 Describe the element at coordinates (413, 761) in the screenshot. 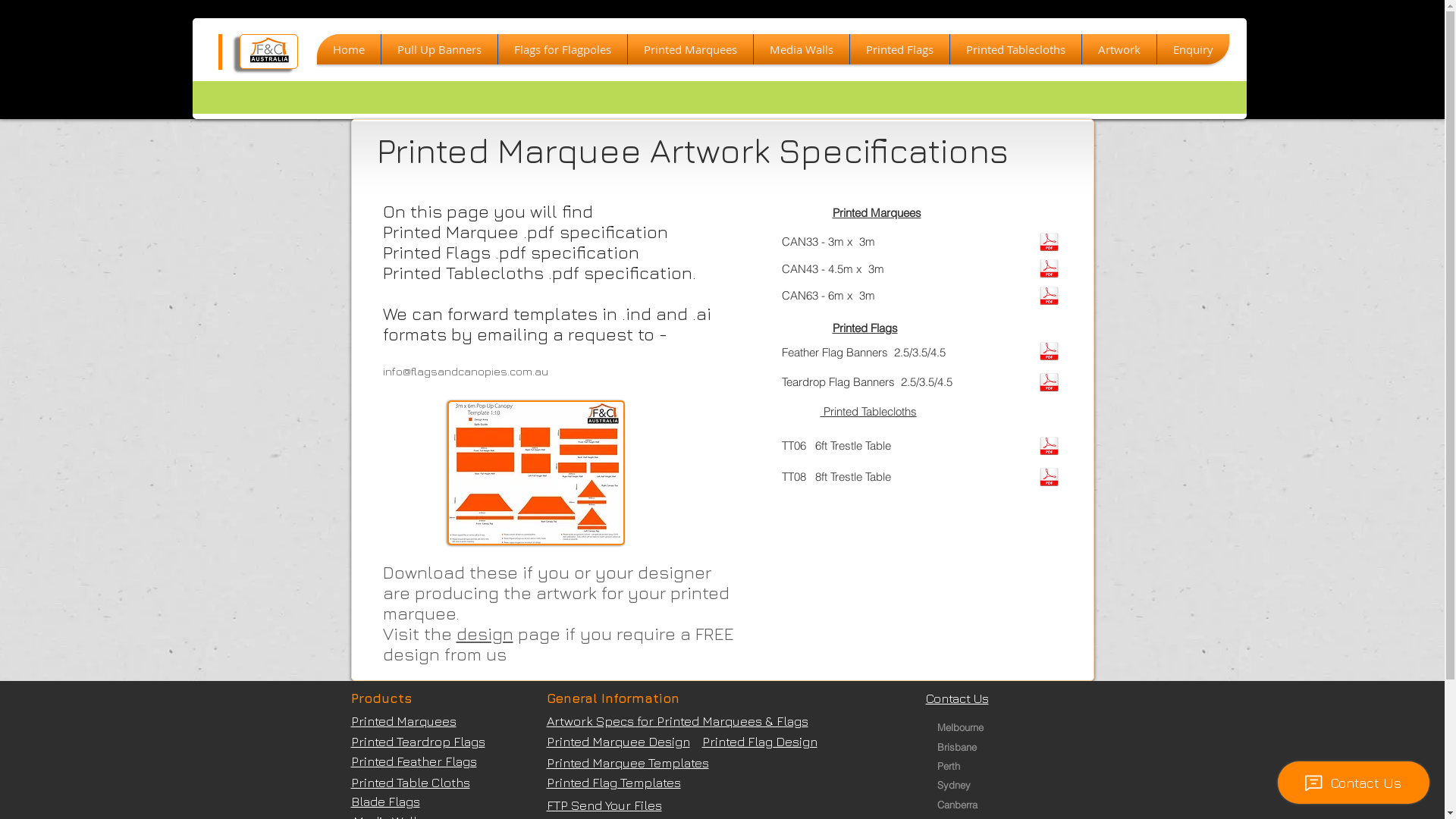

I see `'Printed Feather Flags'` at that location.